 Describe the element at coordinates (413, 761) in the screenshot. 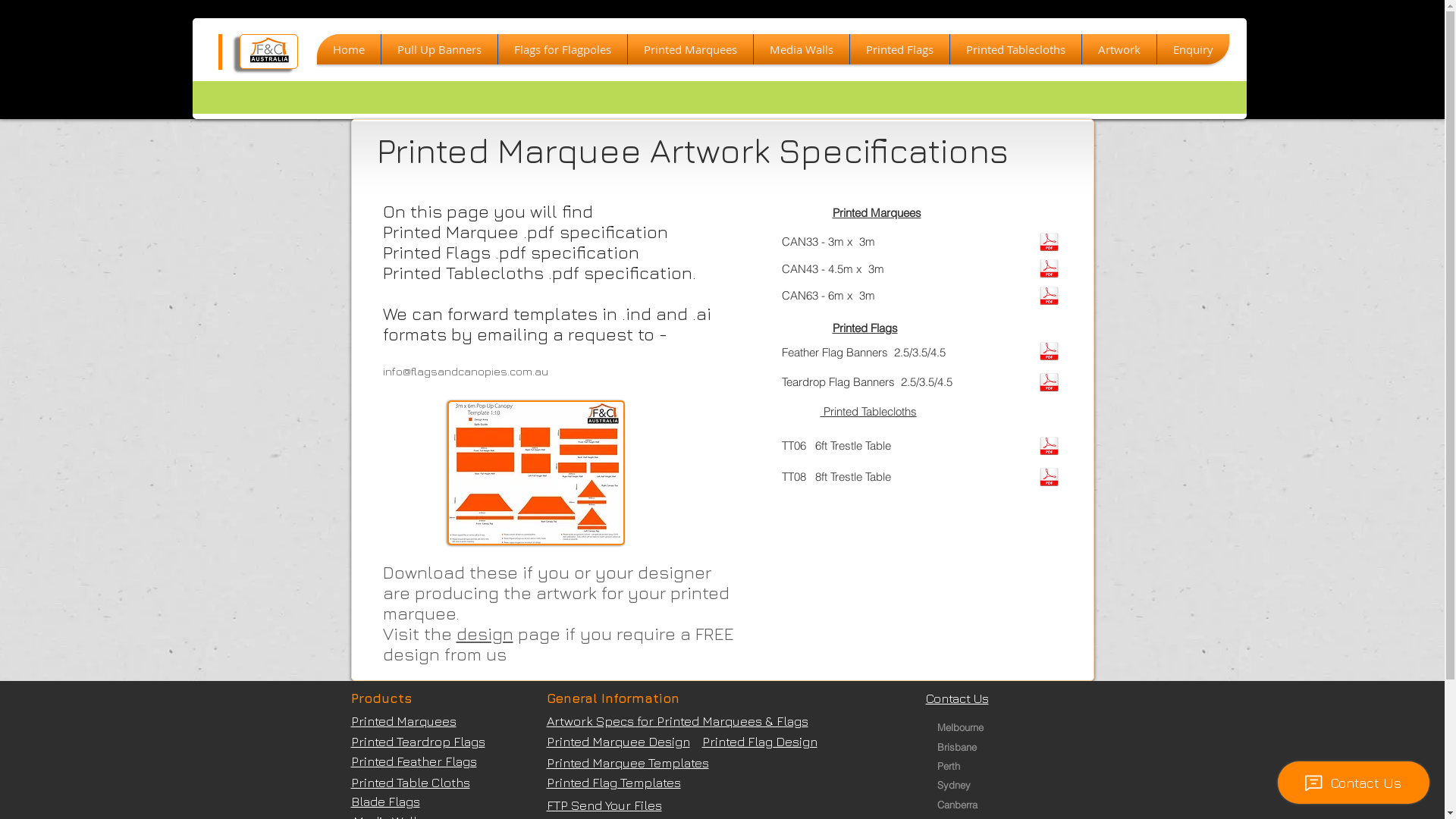

I see `'Printed Feather Flags'` at that location.